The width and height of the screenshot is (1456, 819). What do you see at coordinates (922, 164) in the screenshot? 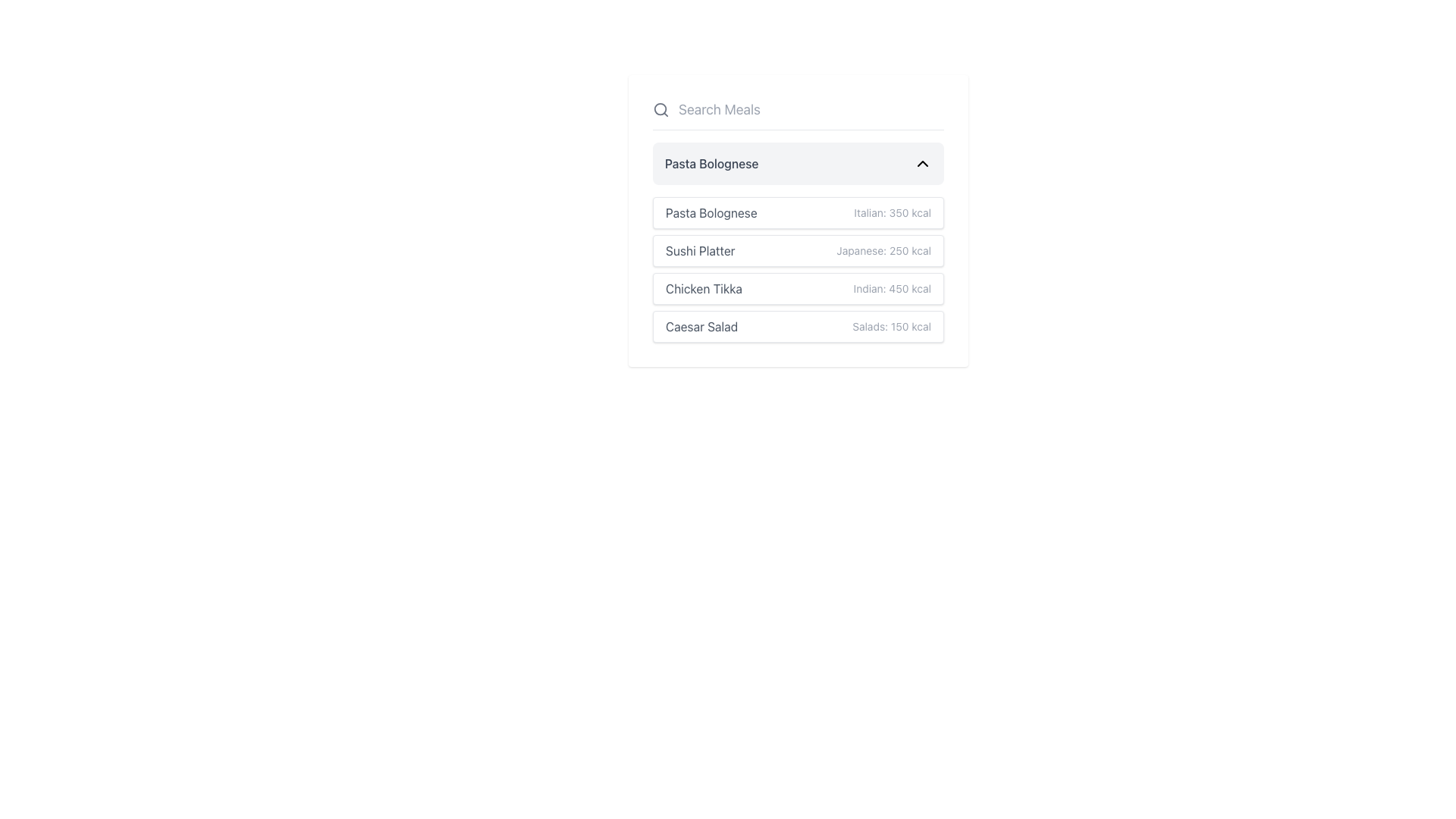
I see `the chevron icon located at the far right of the gray background bar containing the 'Pasta Bolognese' label` at bounding box center [922, 164].